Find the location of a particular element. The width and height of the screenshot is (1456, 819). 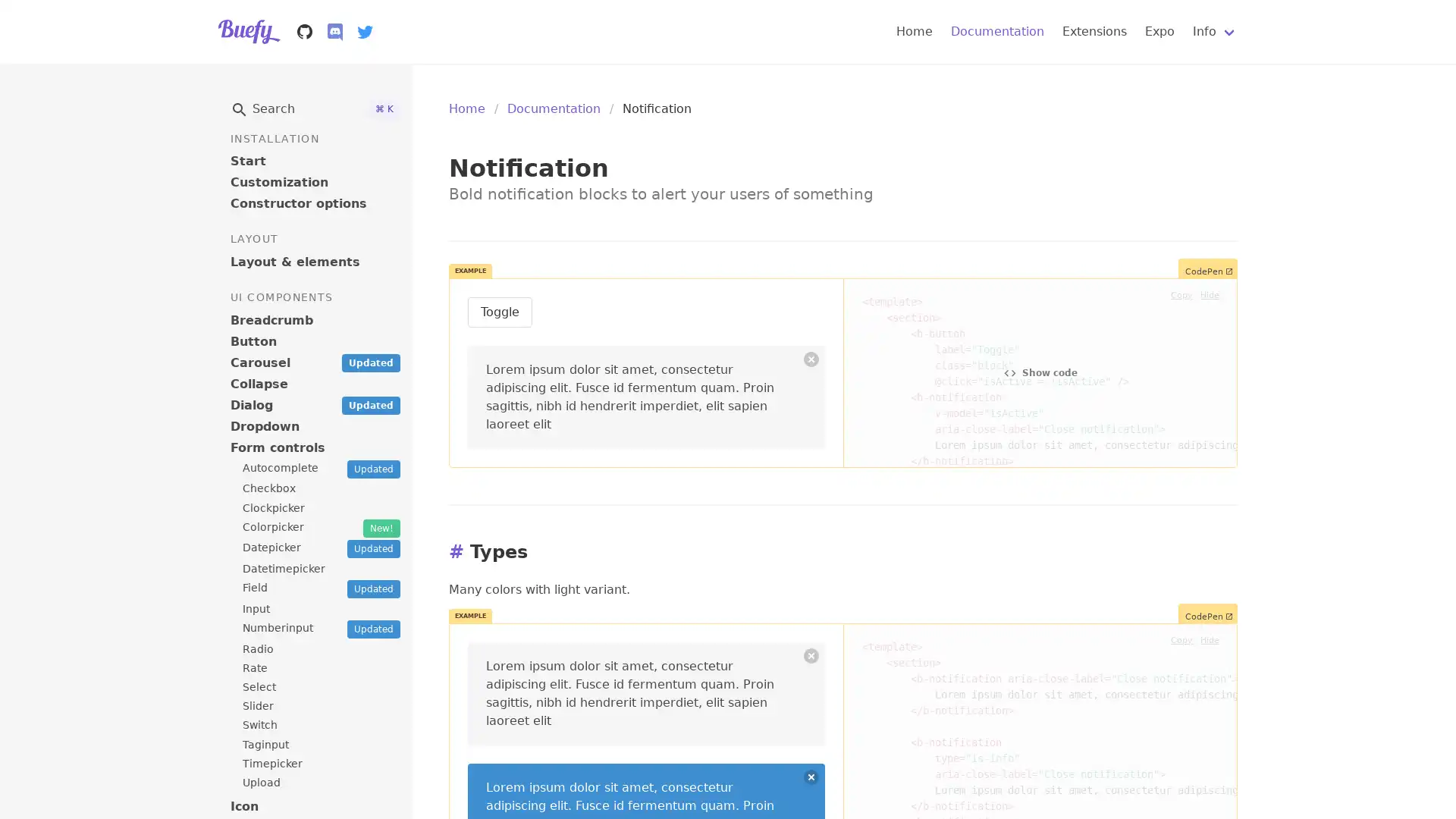

CodePen is located at coordinates (1207, 268).